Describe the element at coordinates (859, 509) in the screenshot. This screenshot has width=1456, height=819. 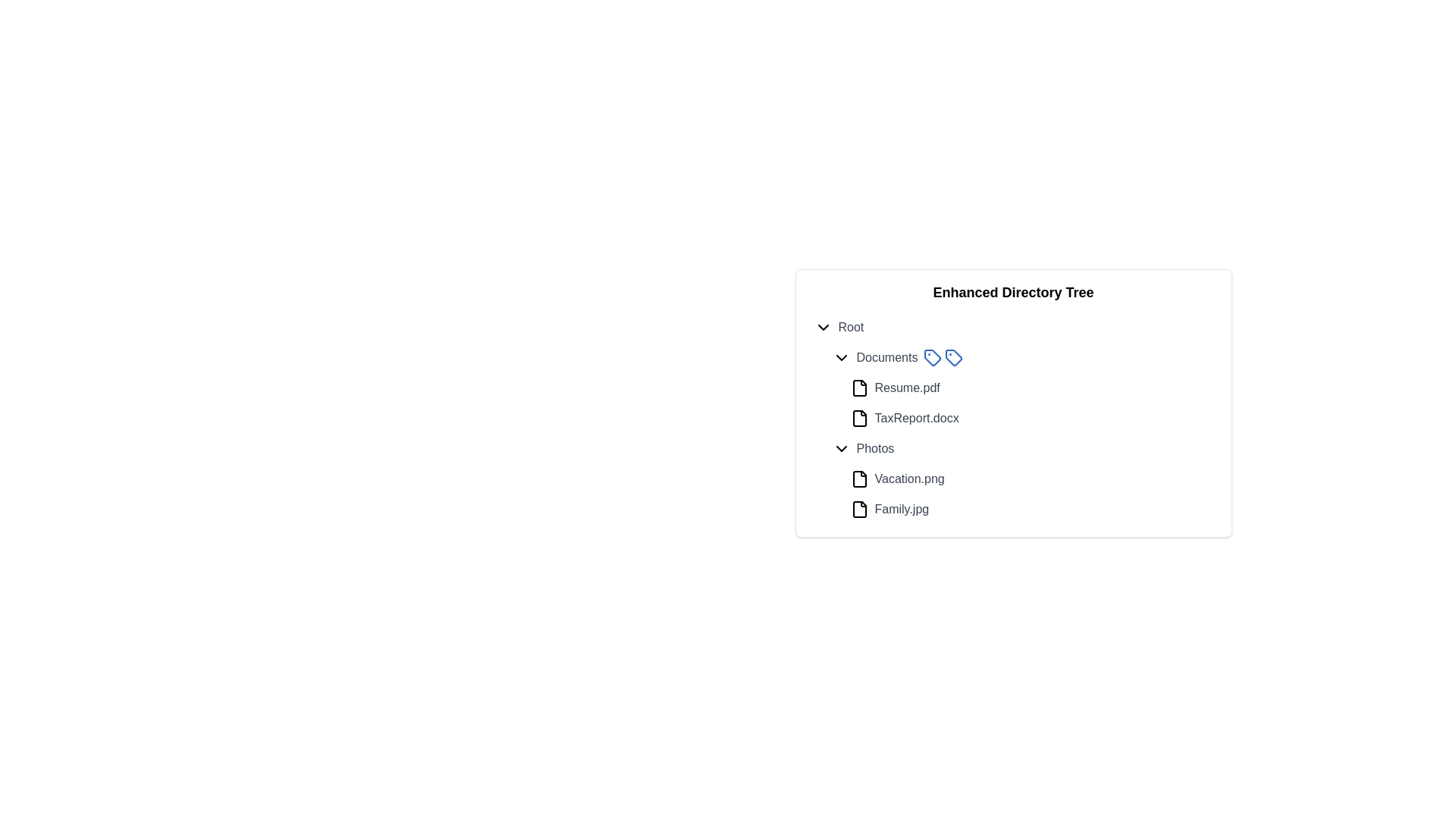
I see `the file type icon representing 'Family.jpg'` at that location.